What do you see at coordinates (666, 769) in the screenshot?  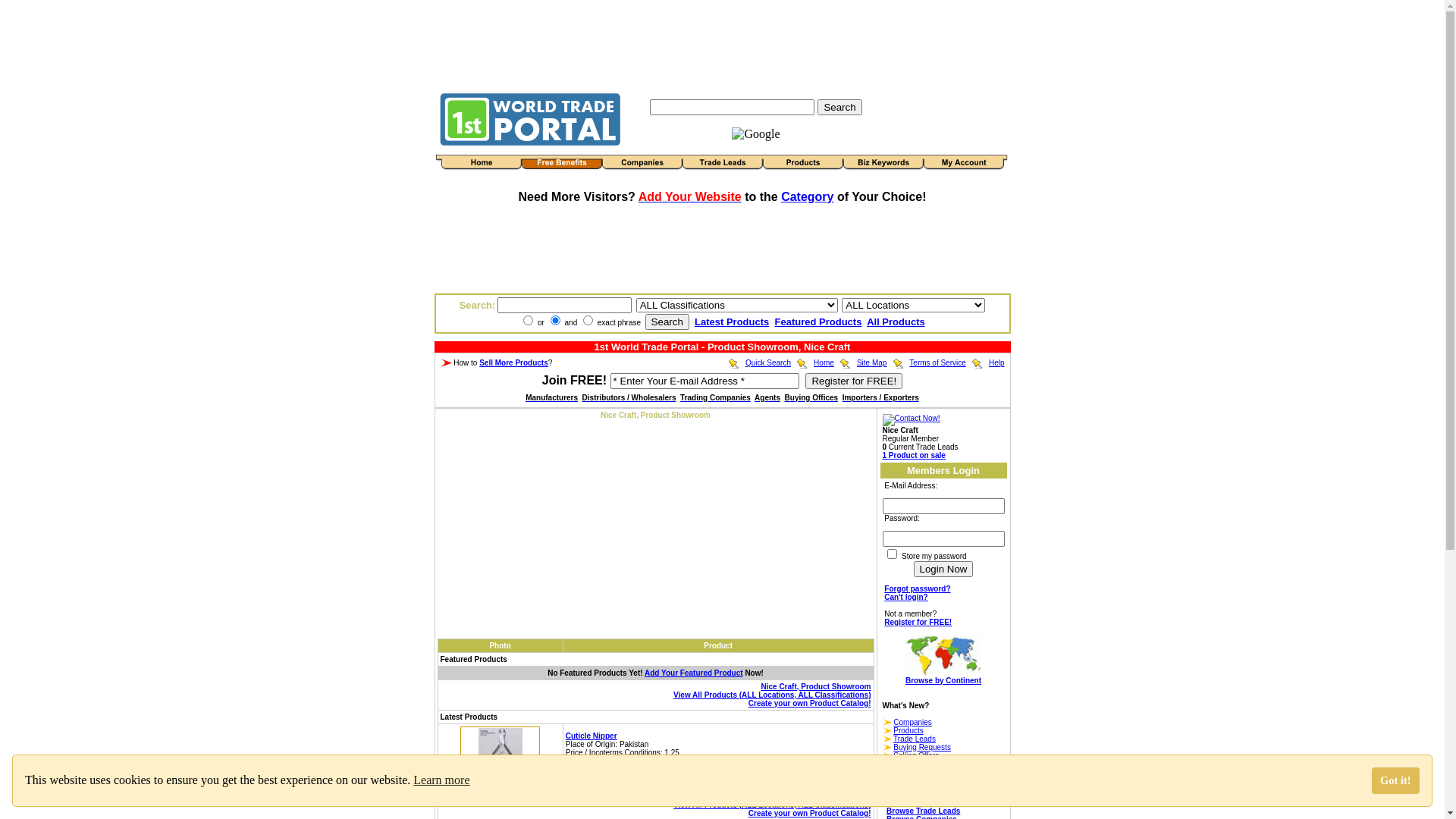 I see `'"Health & Beauty"'` at bounding box center [666, 769].